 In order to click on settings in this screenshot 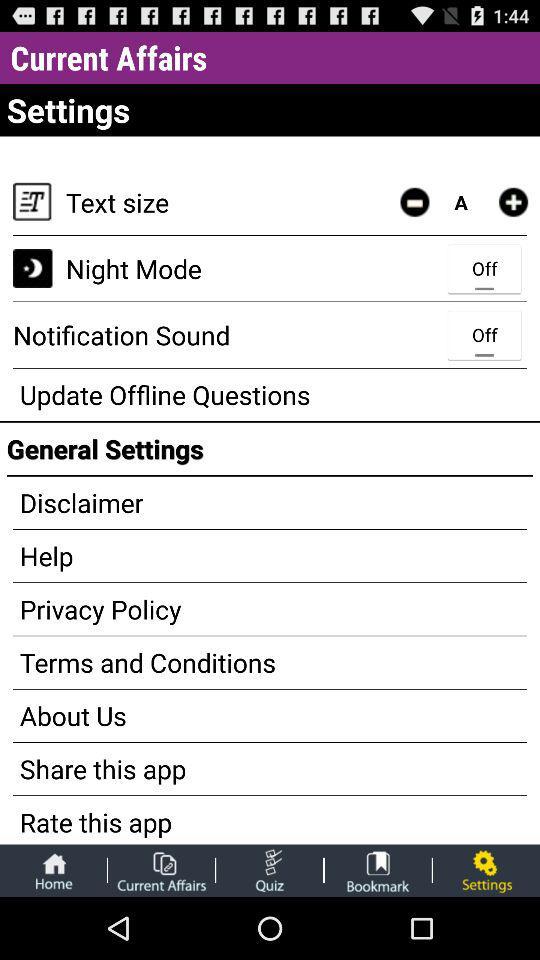, I will do `click(485, 869)`.